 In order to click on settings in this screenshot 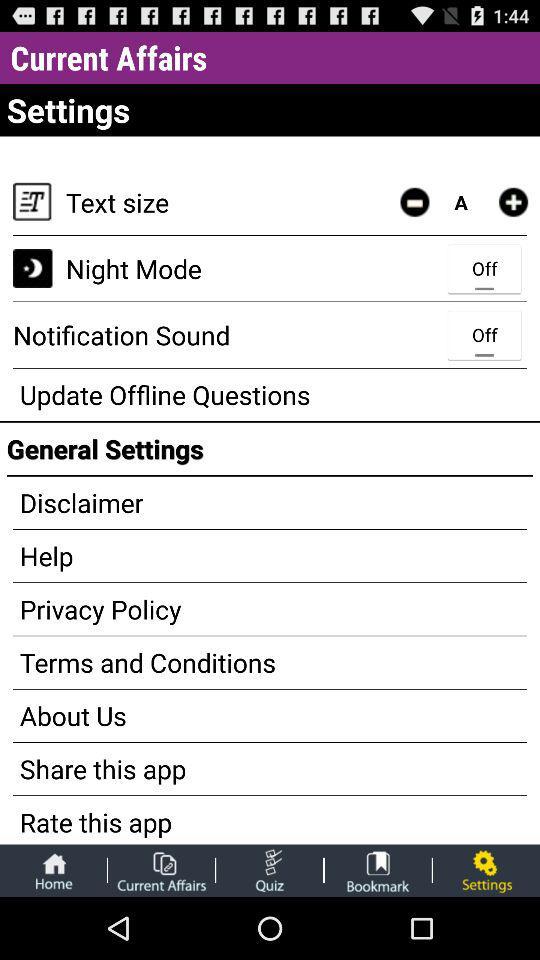, I will do `click(485, 869)`.